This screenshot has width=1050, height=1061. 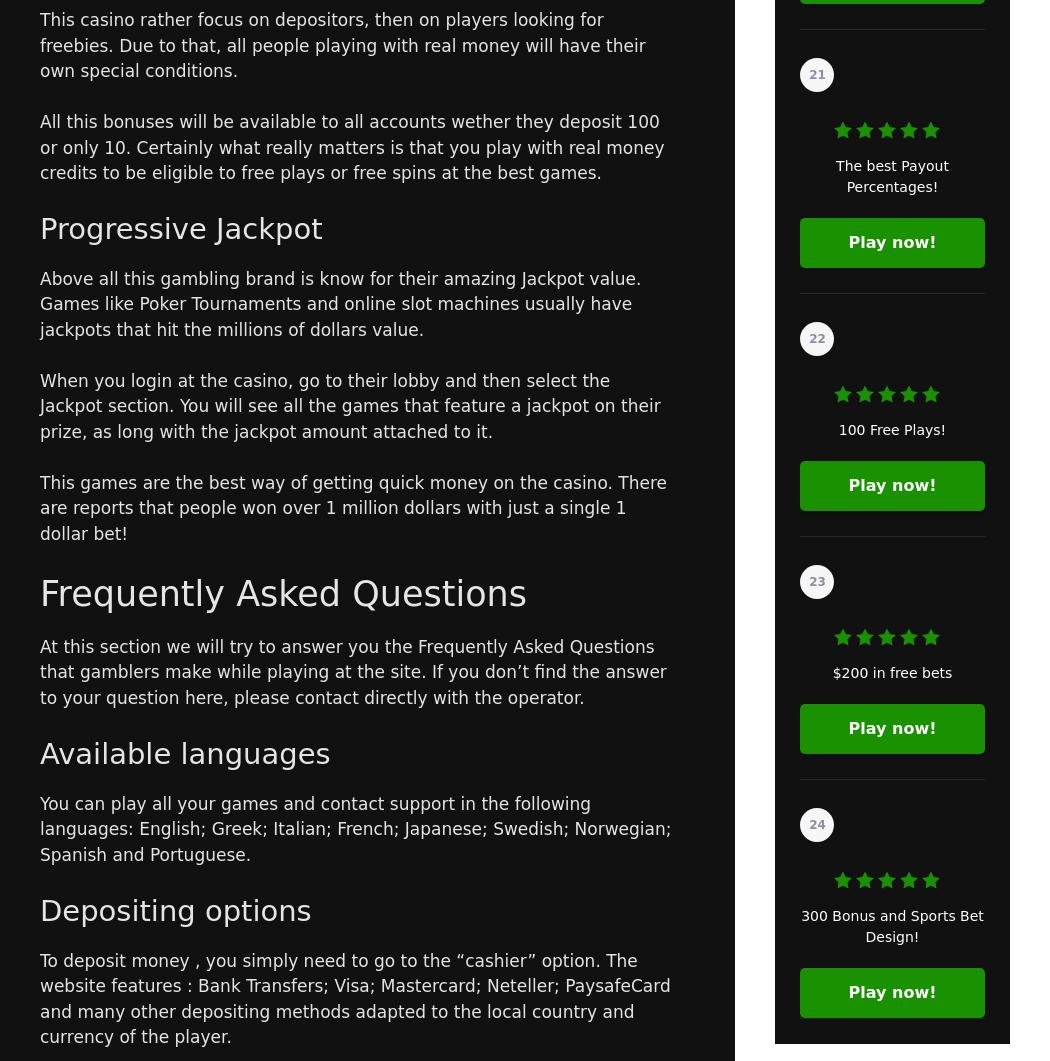 What do you see at coordinates (282, 591) in the screenshot?
I see `'Frequently Asked Questions'` at bounding box center [282, 591].